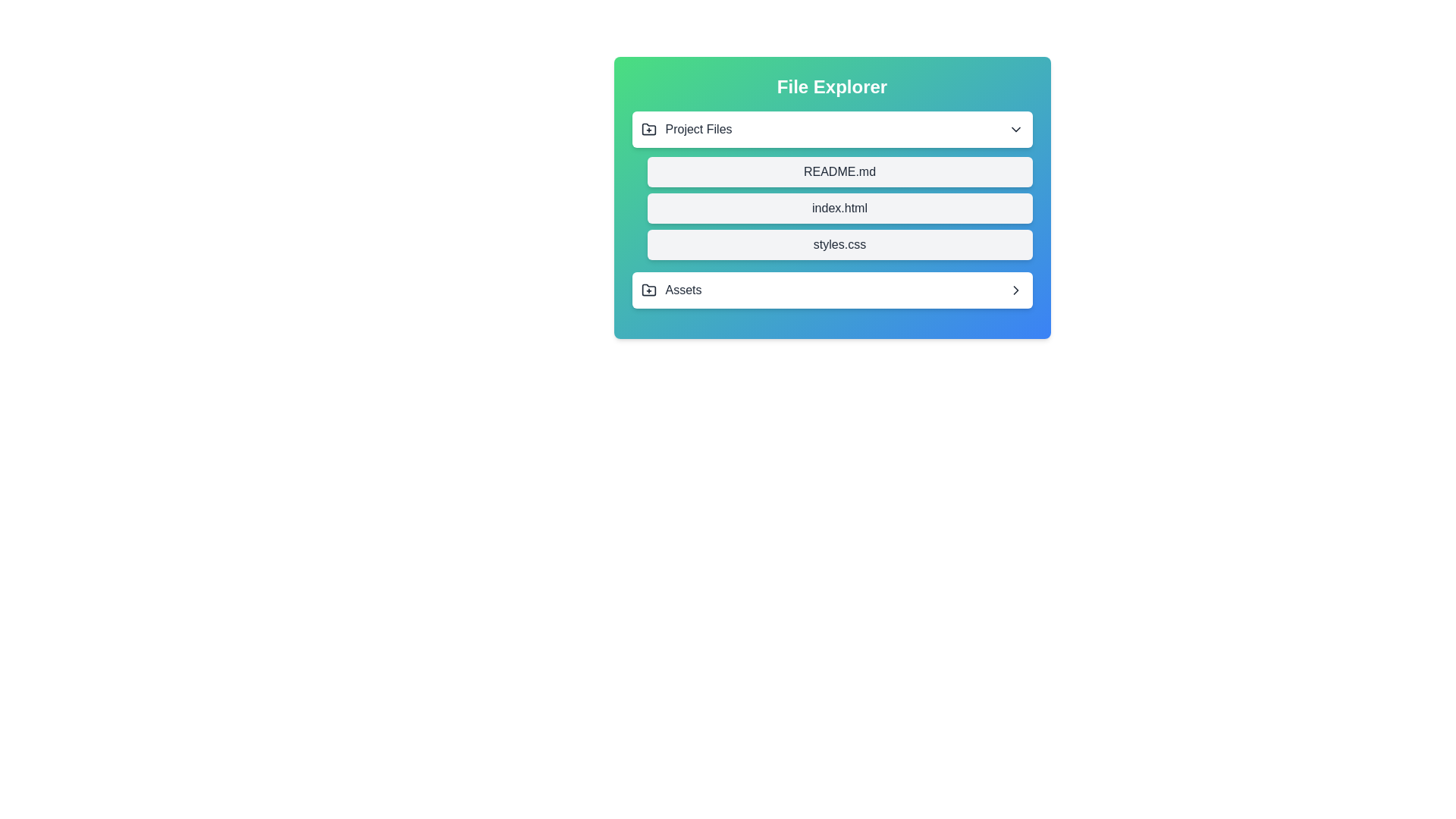 The width and height of the screenshot is (1456, 819). What do you see at coordinates (831, 210) in the screenshot?
I see `the selectable list item labeled 'index.html' within the 'Project Files' section of the File Explorer UI` at bounding box center [831, 210].